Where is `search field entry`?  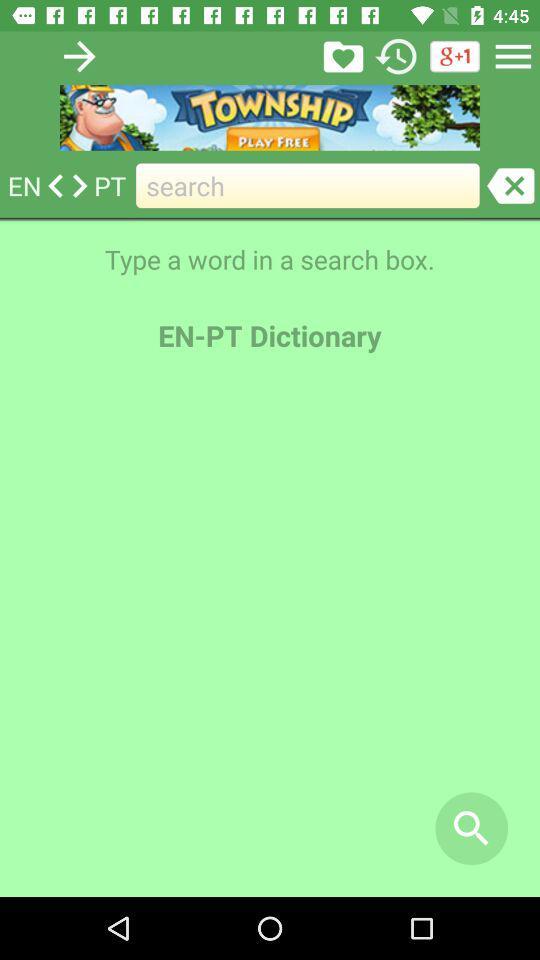
search field entry is located at coordinates (510, 185).